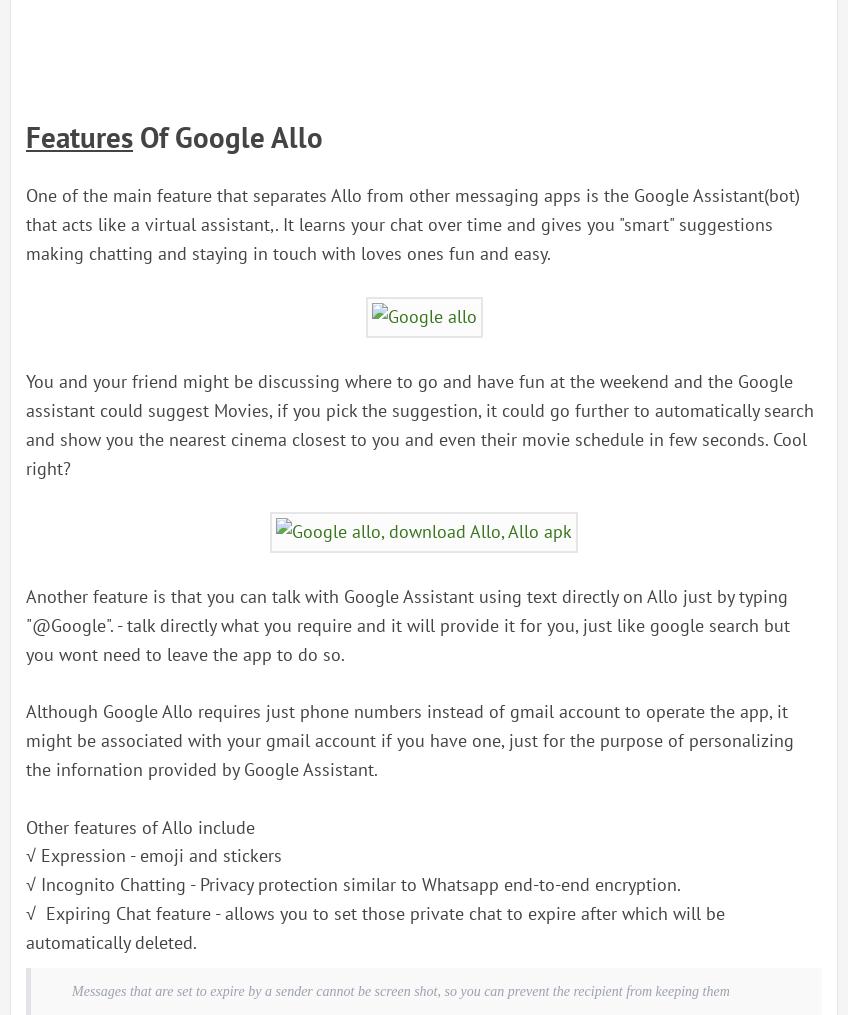 The height and width of the screenshot is (1015, 848). Describe the element at coordinates (139, 826) in the screenshot. I see `'Other features of Allo include'` at that location.